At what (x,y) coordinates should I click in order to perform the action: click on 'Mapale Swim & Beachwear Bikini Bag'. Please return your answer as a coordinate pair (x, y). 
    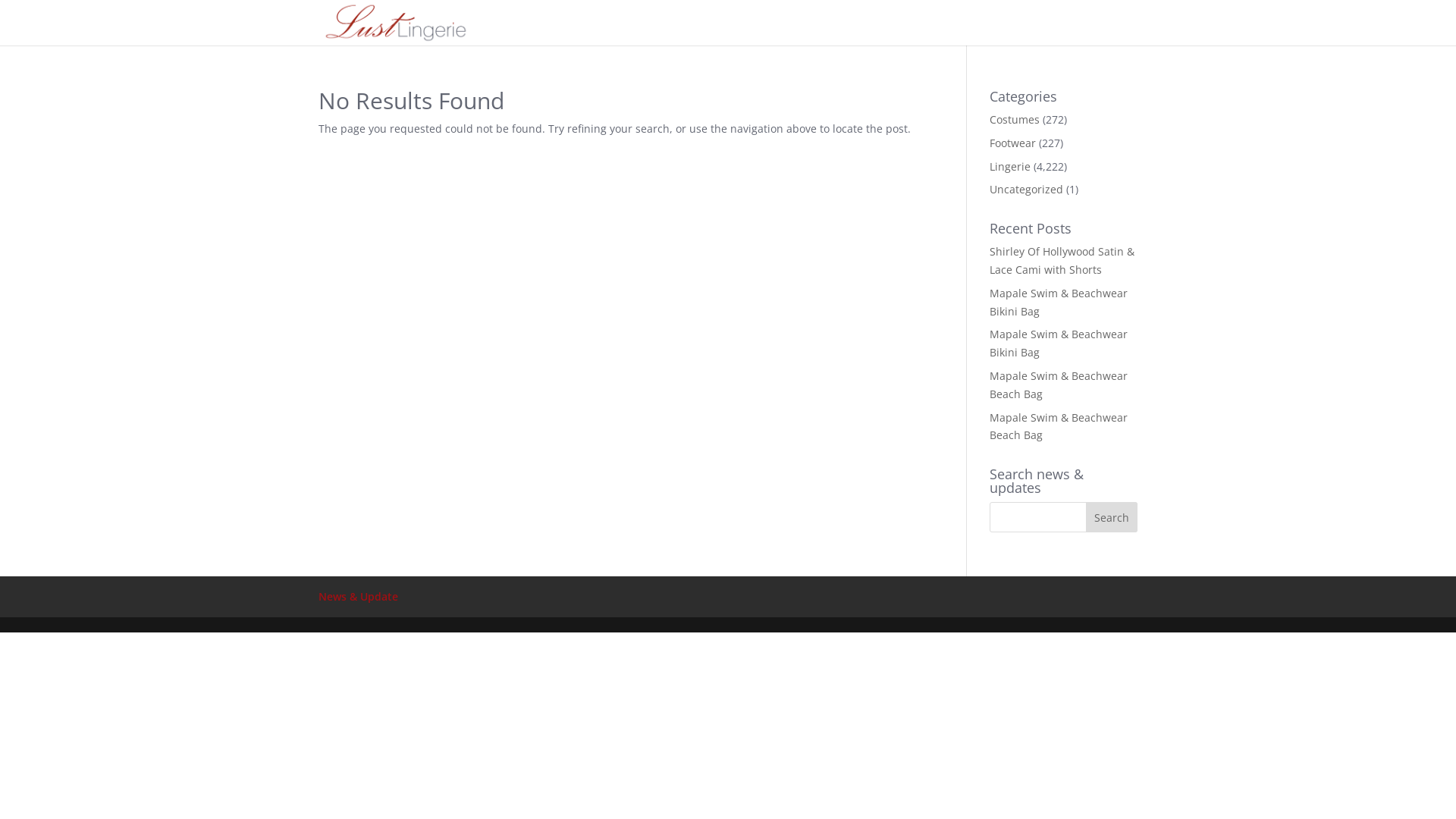
    Looking at the image, I should click on (1058, 302).